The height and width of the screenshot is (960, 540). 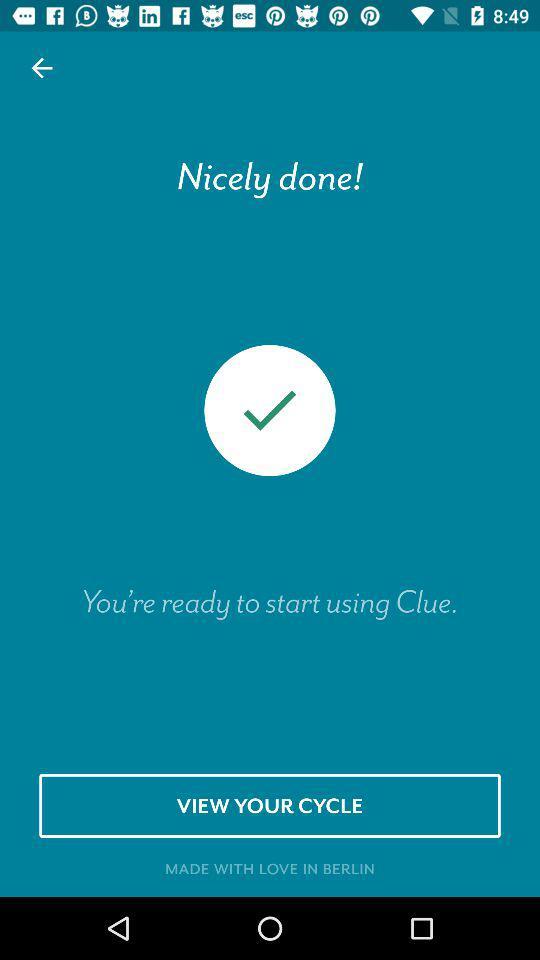 I want to click on go back, so click(x=42, y=68).